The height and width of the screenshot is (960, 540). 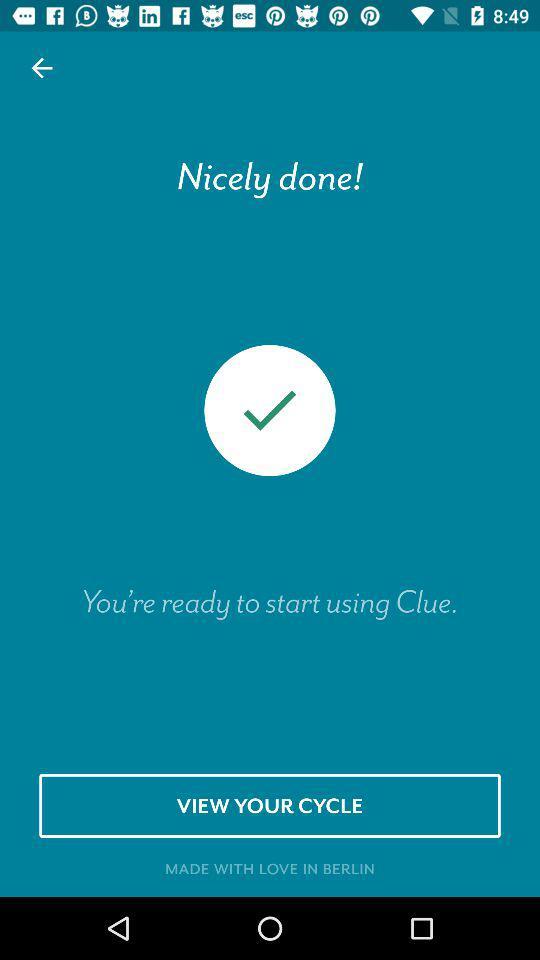 I want to click on go back, so click(x=42, y=68).